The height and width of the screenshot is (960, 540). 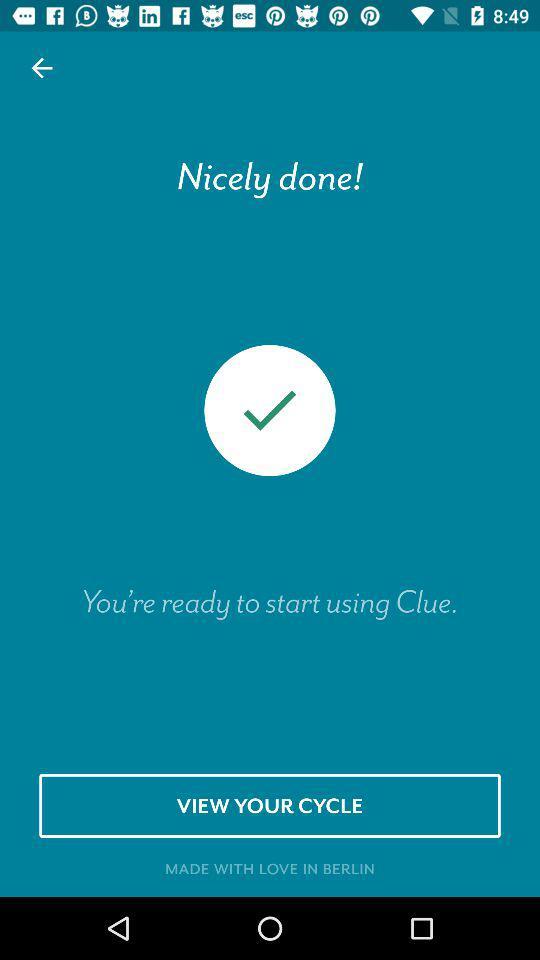 I want to click on go back, so click(x=42, y=68).